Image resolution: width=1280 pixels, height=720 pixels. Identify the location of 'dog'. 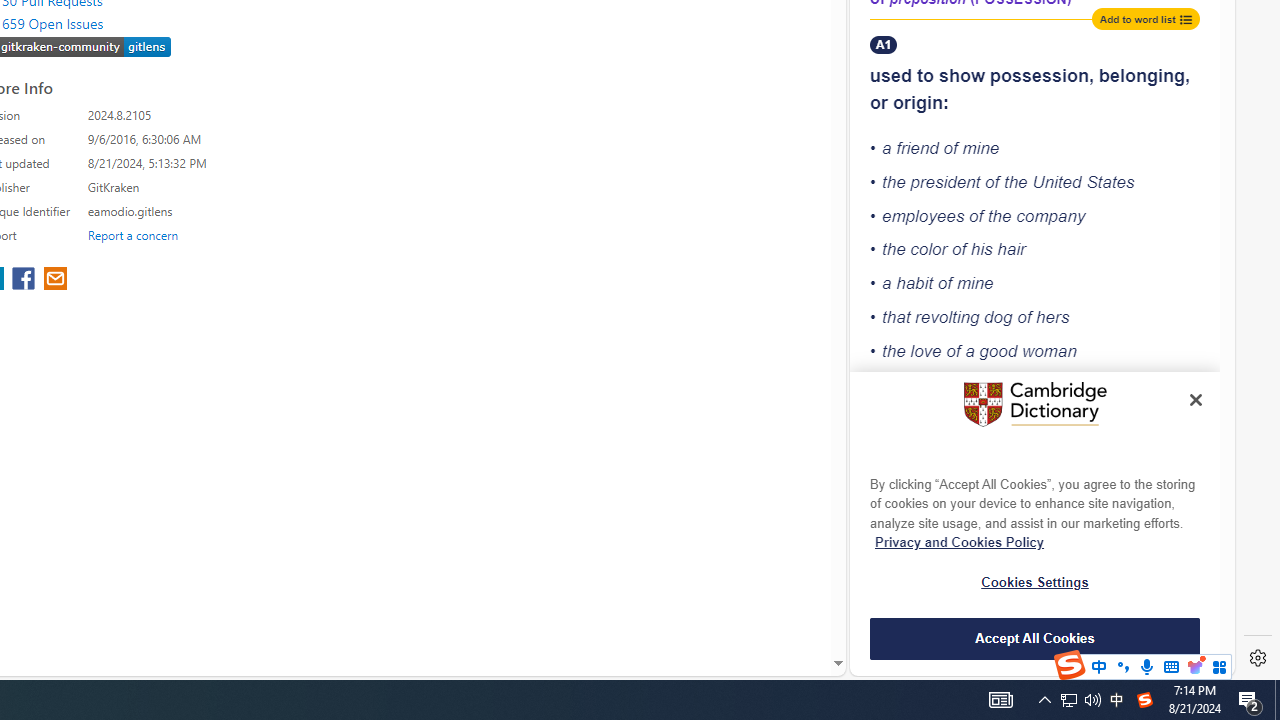
(998, 315).